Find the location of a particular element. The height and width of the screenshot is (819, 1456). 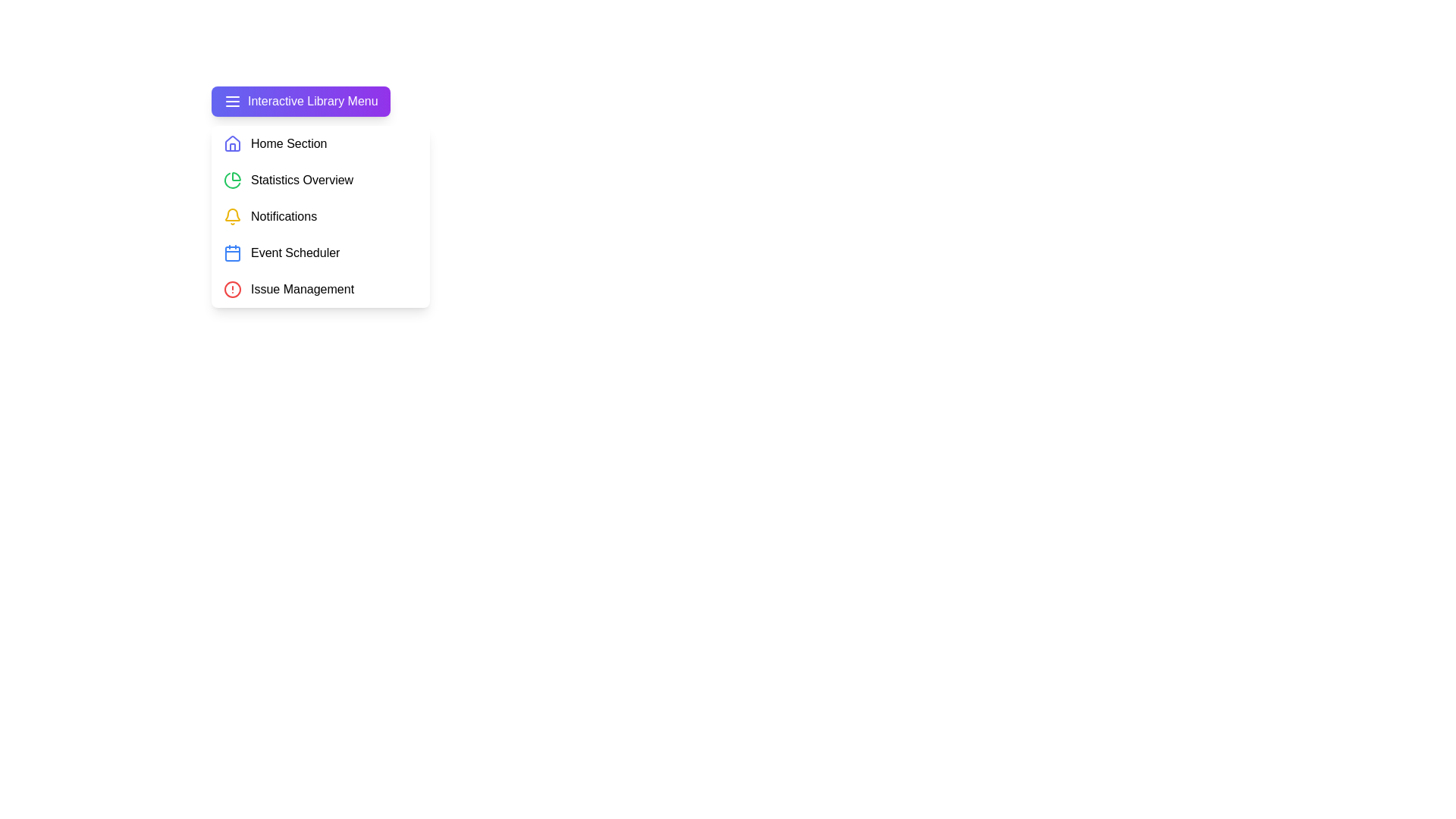

the menu item Notifications from the LibraryMenu is located at coordinates (319, 216).